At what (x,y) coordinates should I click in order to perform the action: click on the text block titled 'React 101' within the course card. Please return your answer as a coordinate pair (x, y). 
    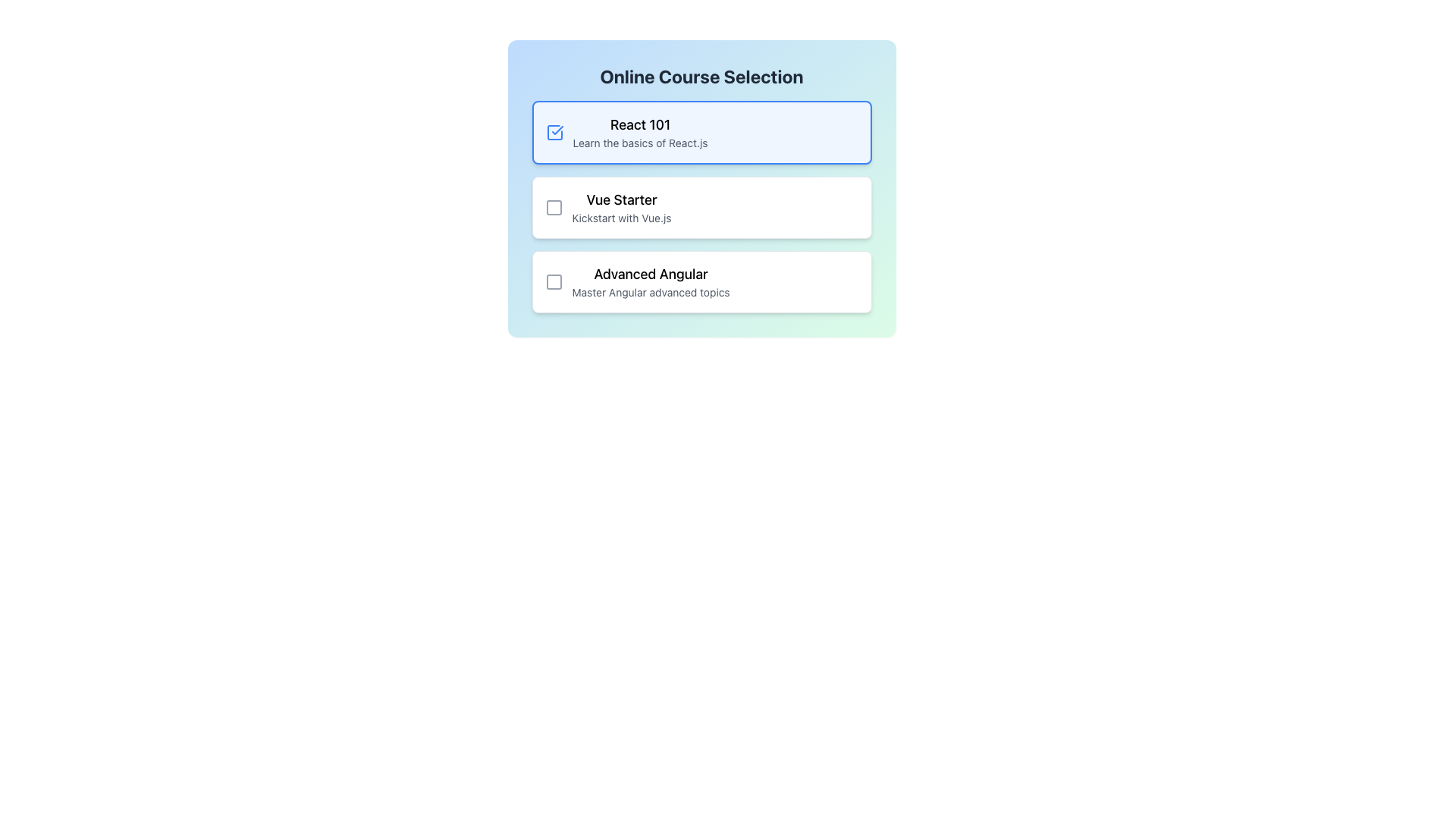
    Looking at the image, I should click on (626, 131).